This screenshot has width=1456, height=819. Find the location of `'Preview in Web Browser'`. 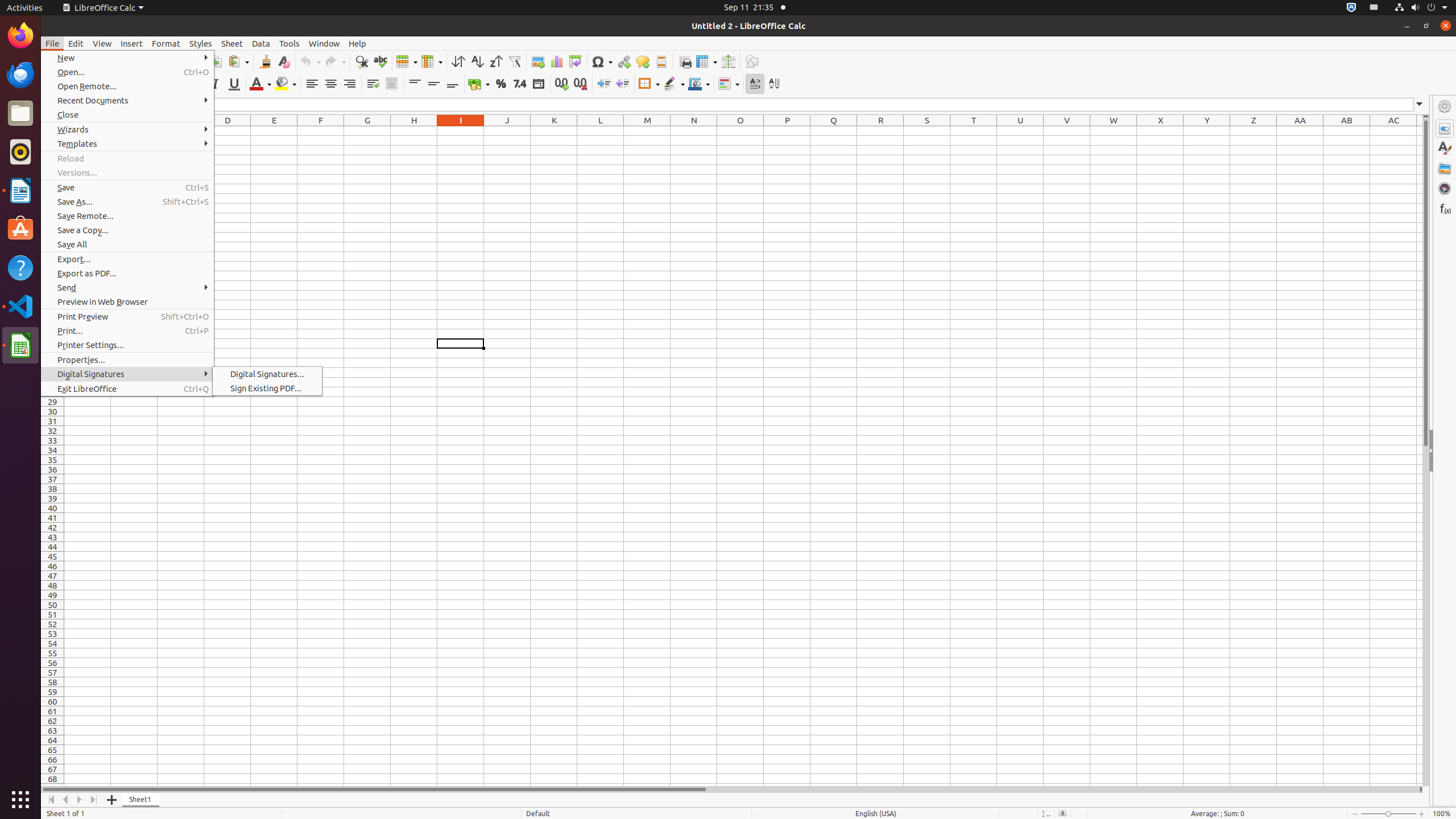

'Preview in Web Browser' is located at coordinates (127, 301).